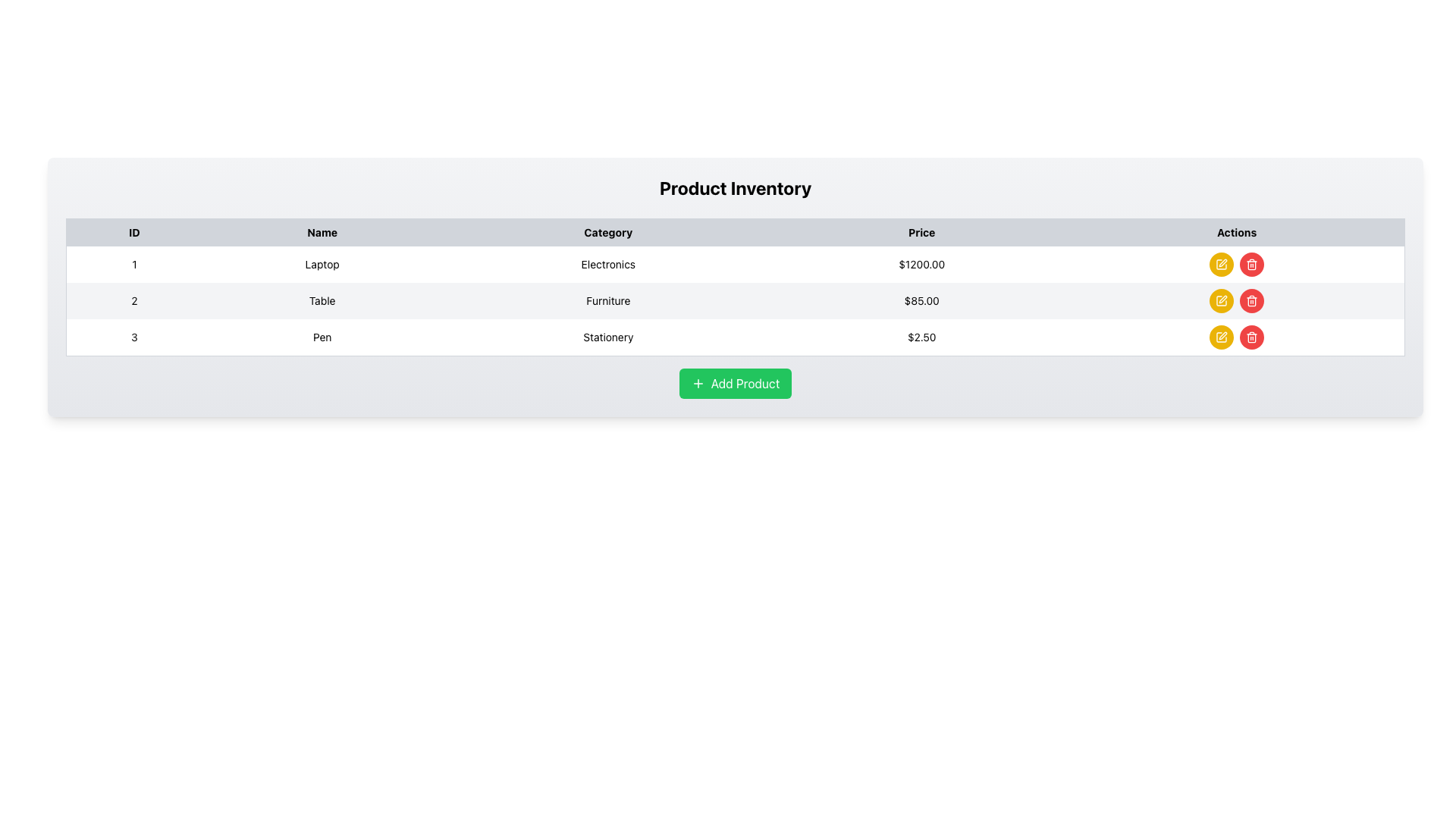 The height and width of the screenshot is (819, 1456). Describe the element at coordinates (134, 337) in the screenshot. I see `the Static Text Label displaying the number '3' in the ID column of the third row in the tabular layout` at that location.